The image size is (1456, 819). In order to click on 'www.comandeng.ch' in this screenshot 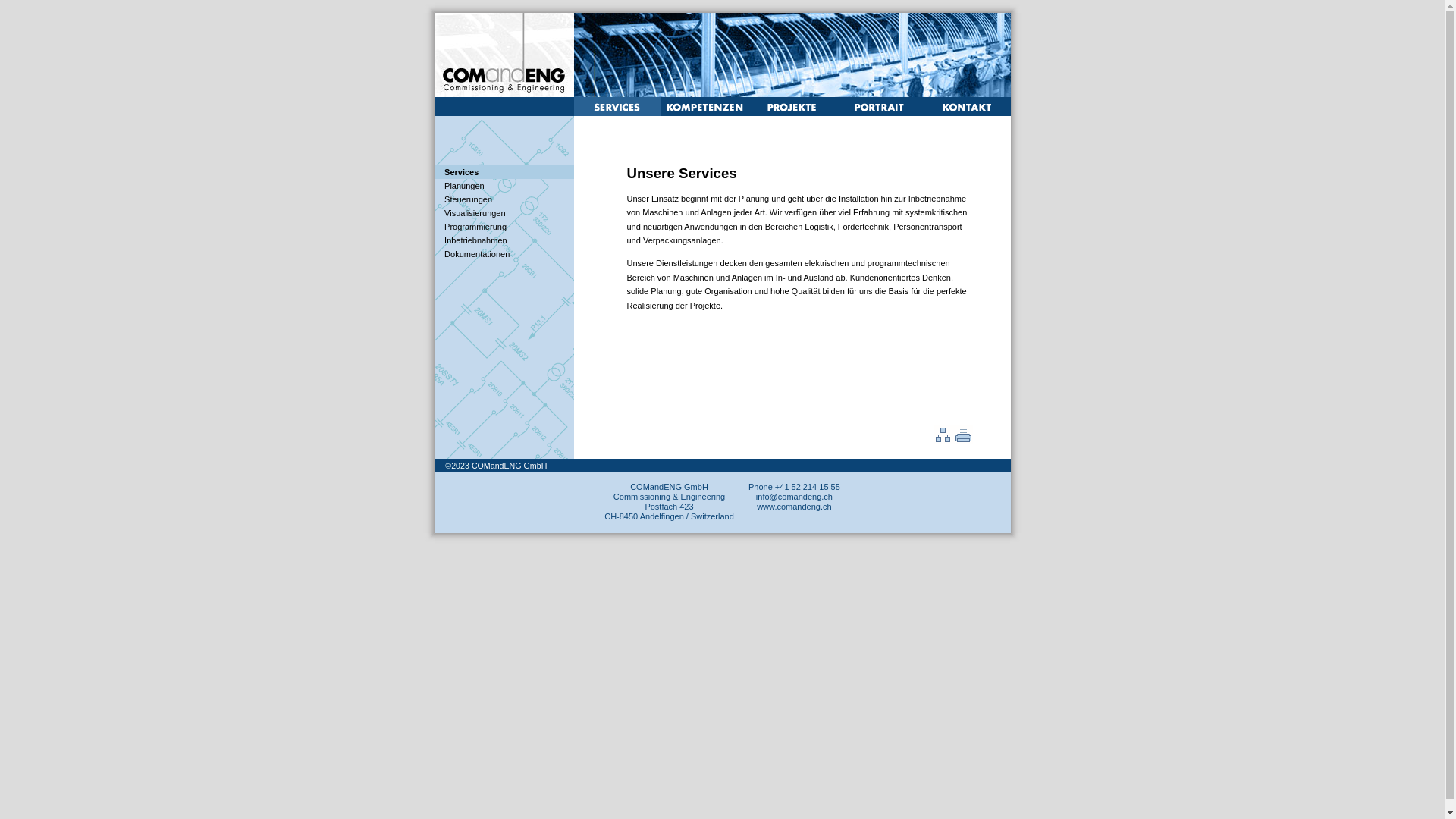, I will do `click(792, 506)`.